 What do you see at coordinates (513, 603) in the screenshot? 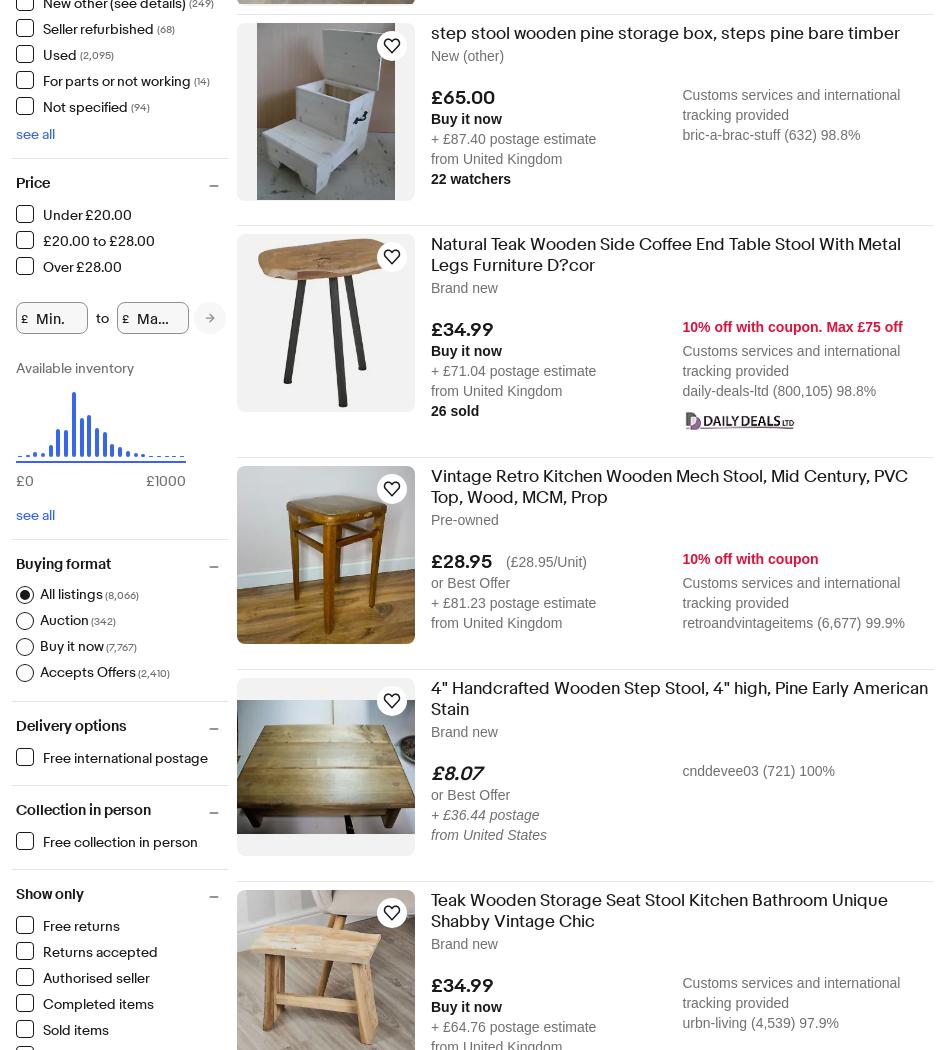
I see `'+ £81.23 postage estimate'` at bounding box center [513, 603].